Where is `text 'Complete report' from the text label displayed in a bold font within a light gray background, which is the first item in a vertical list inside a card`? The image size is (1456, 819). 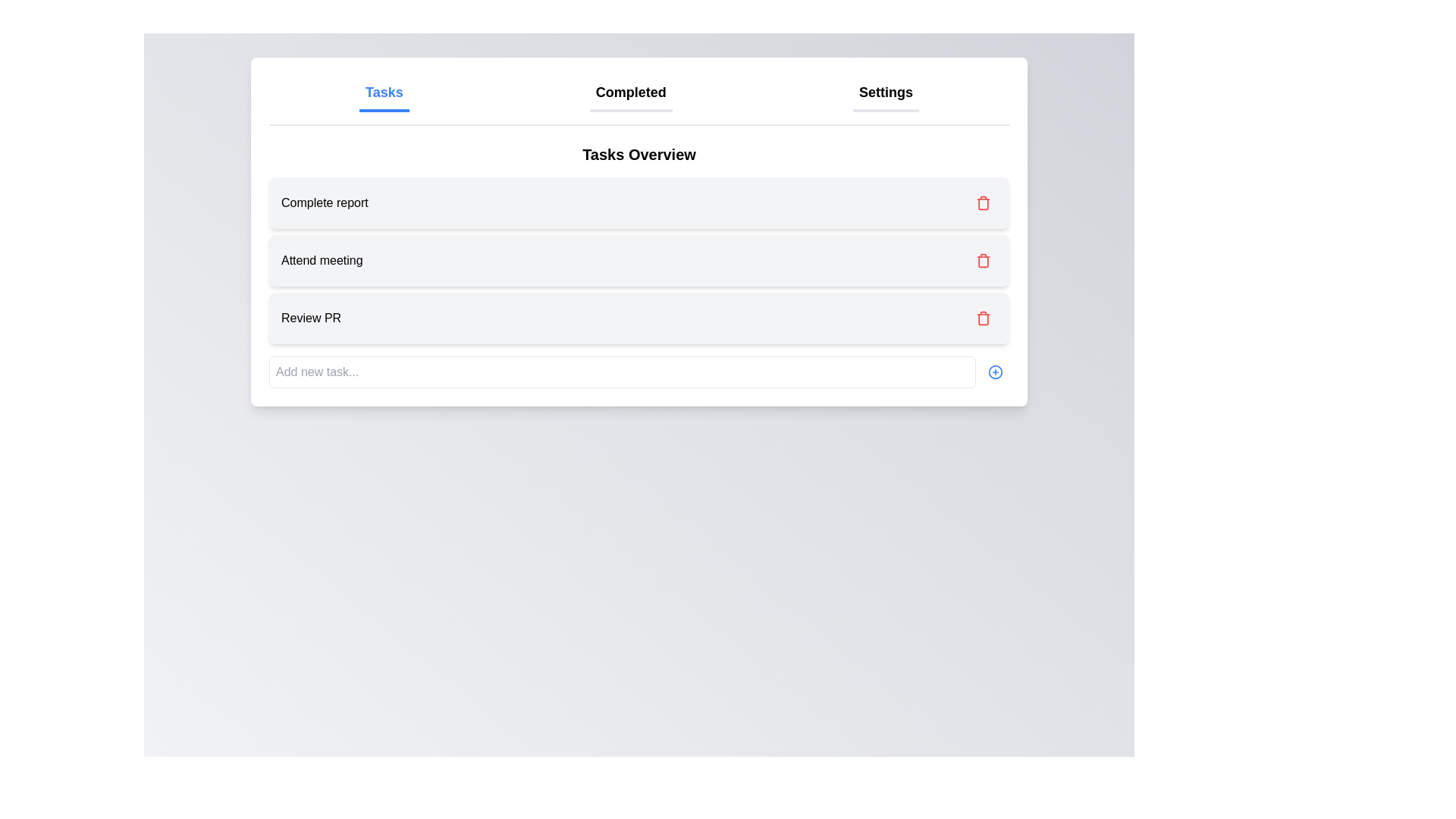 text 'Complete report' from the text label displayed in a bold font within a light gray background, which is the first item in a vertical list inside a card is located at coordinates (324, 202).